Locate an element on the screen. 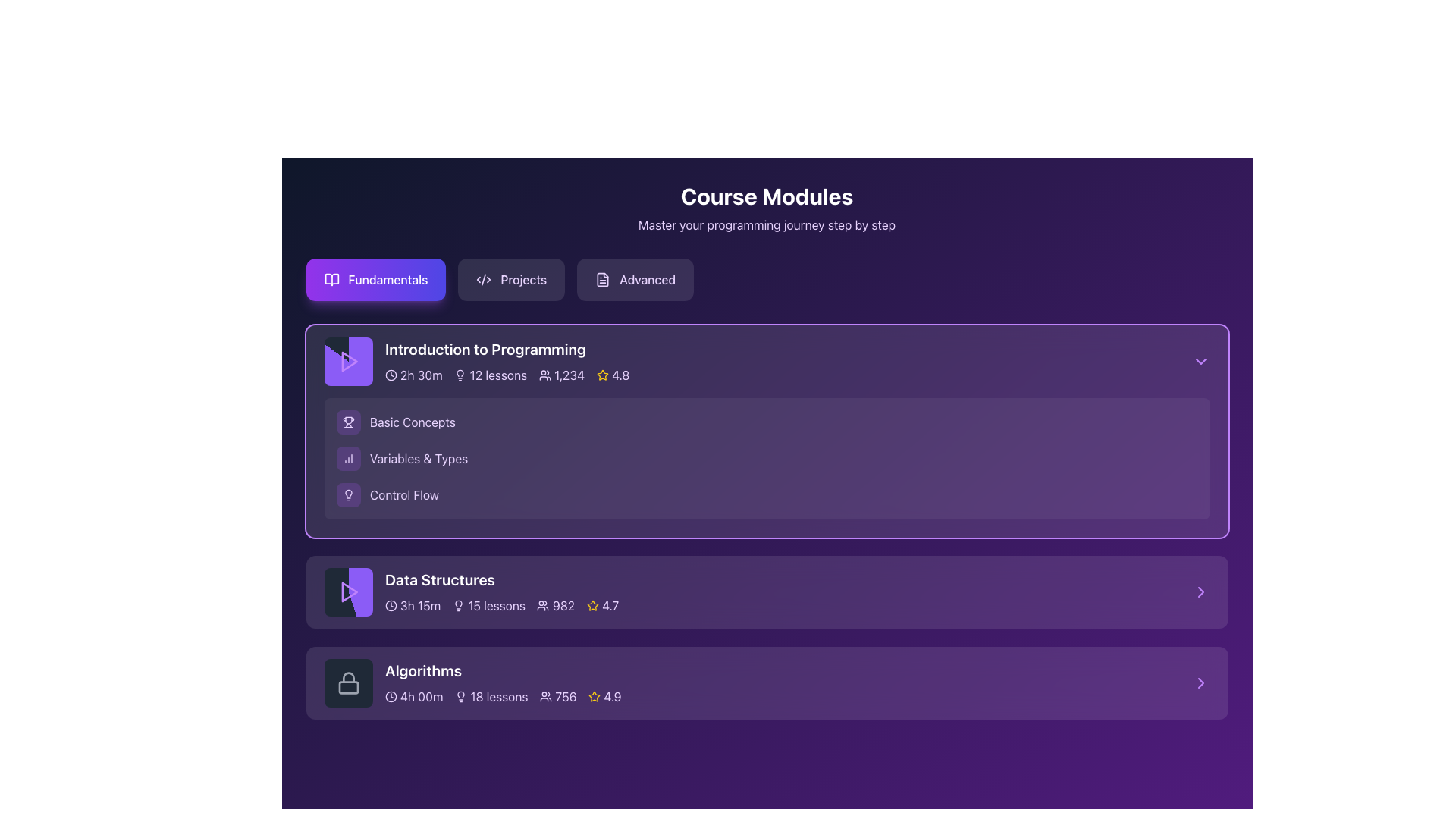  the Rating display element, which consists of a yellow star icon and the rating value of 4.8 in purple text, located on the far right of the 'Introduction to Programming' section is located at coordinates (613, 375).